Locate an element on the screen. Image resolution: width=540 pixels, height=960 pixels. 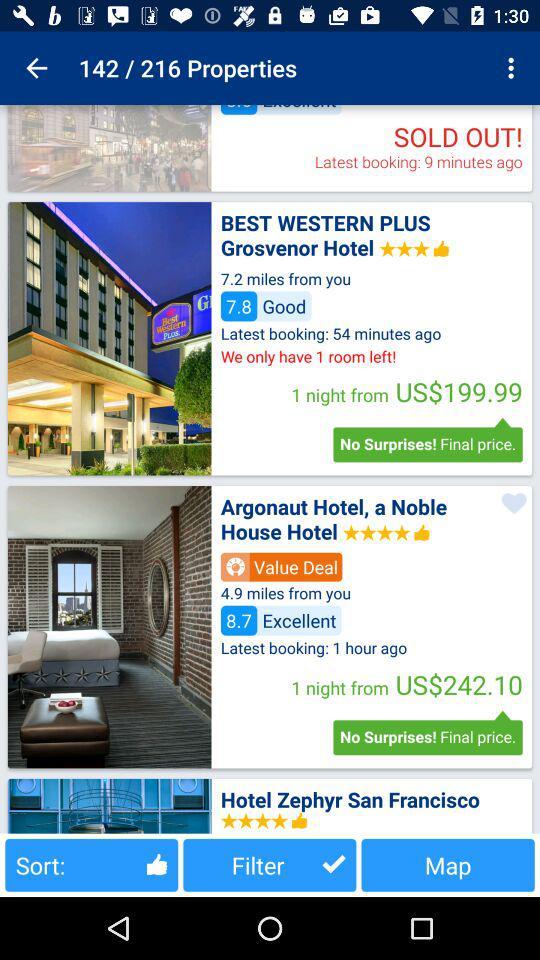
the item next to 142 / 216 properties app is located at coordinates (36, 68).